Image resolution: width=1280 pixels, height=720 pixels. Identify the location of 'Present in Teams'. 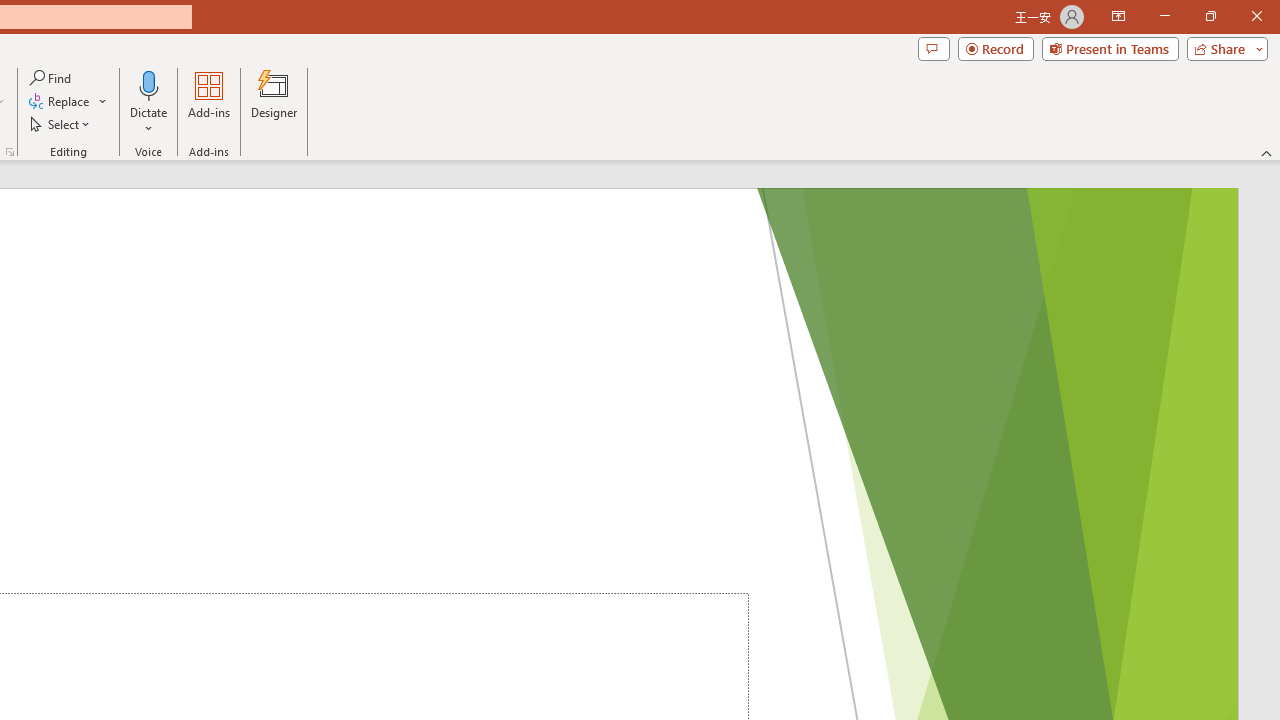
(1109, 47).